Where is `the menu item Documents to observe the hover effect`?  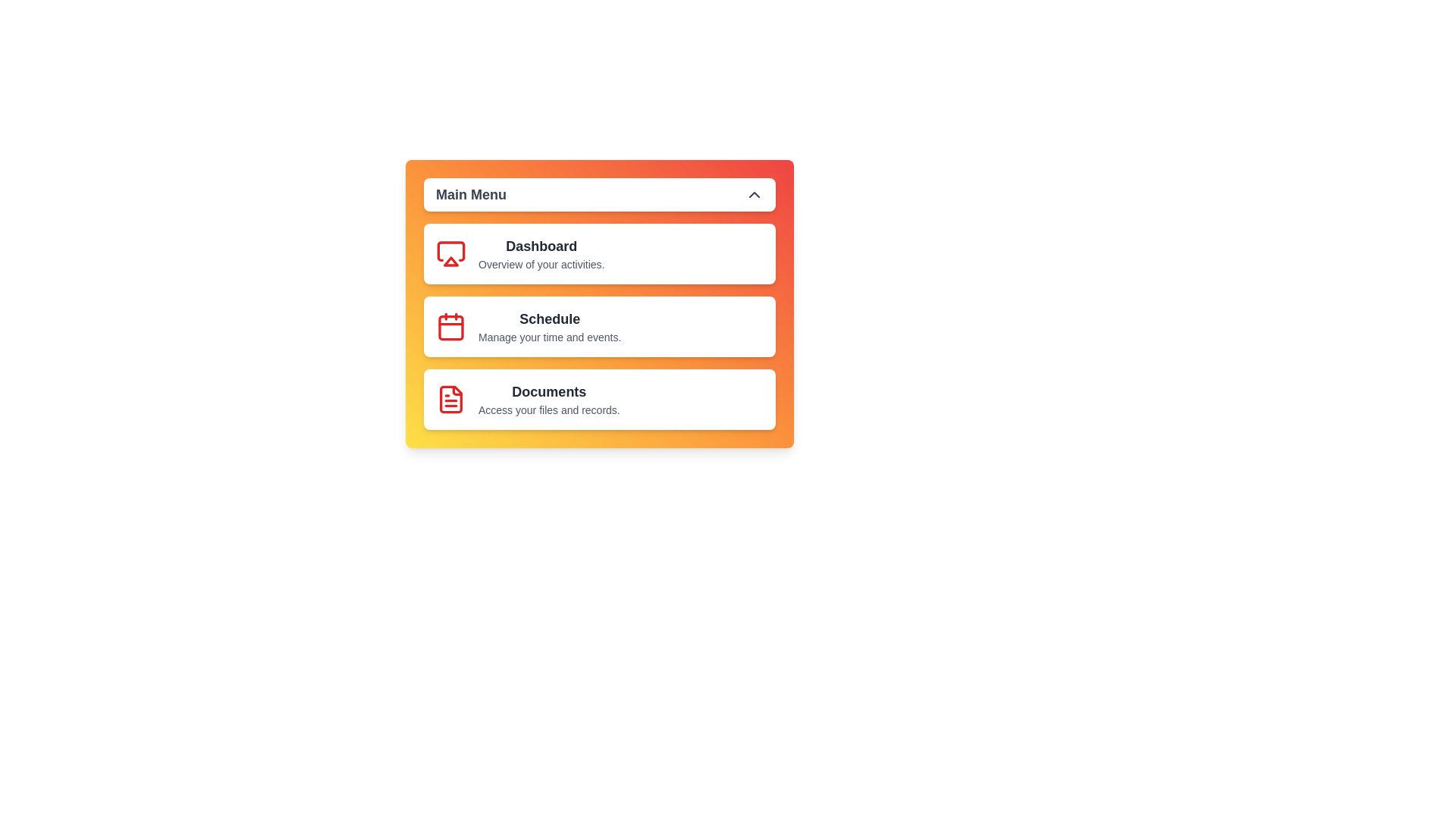
the menu item Documents to observe the hover effect is located at coordinates (599, 399).